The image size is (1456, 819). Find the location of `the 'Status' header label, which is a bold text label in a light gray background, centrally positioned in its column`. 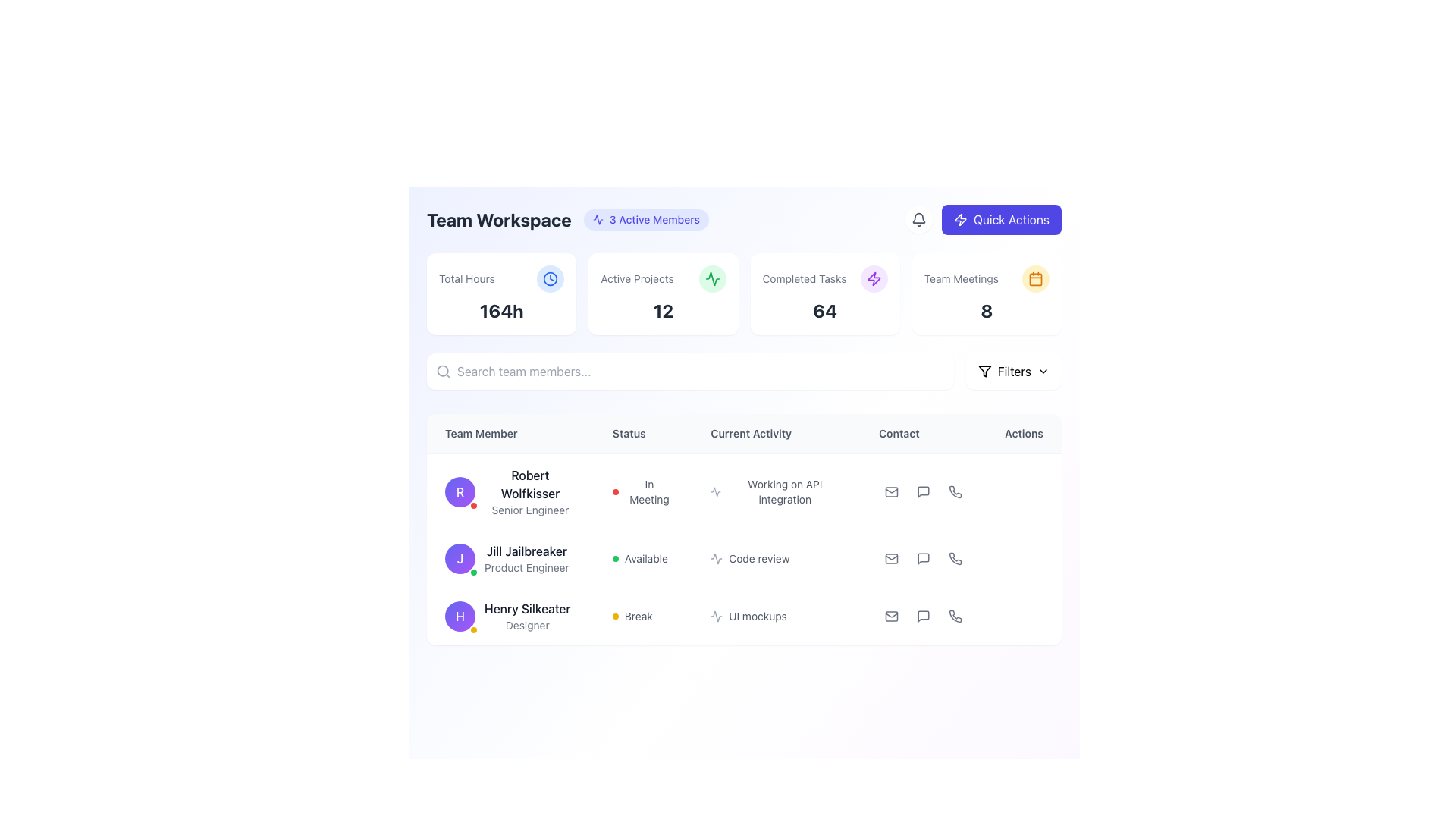

the 'Status' header label, which is a bold text label in a light gray background, centrally positioned in its column is located at coordinates (643, 434).